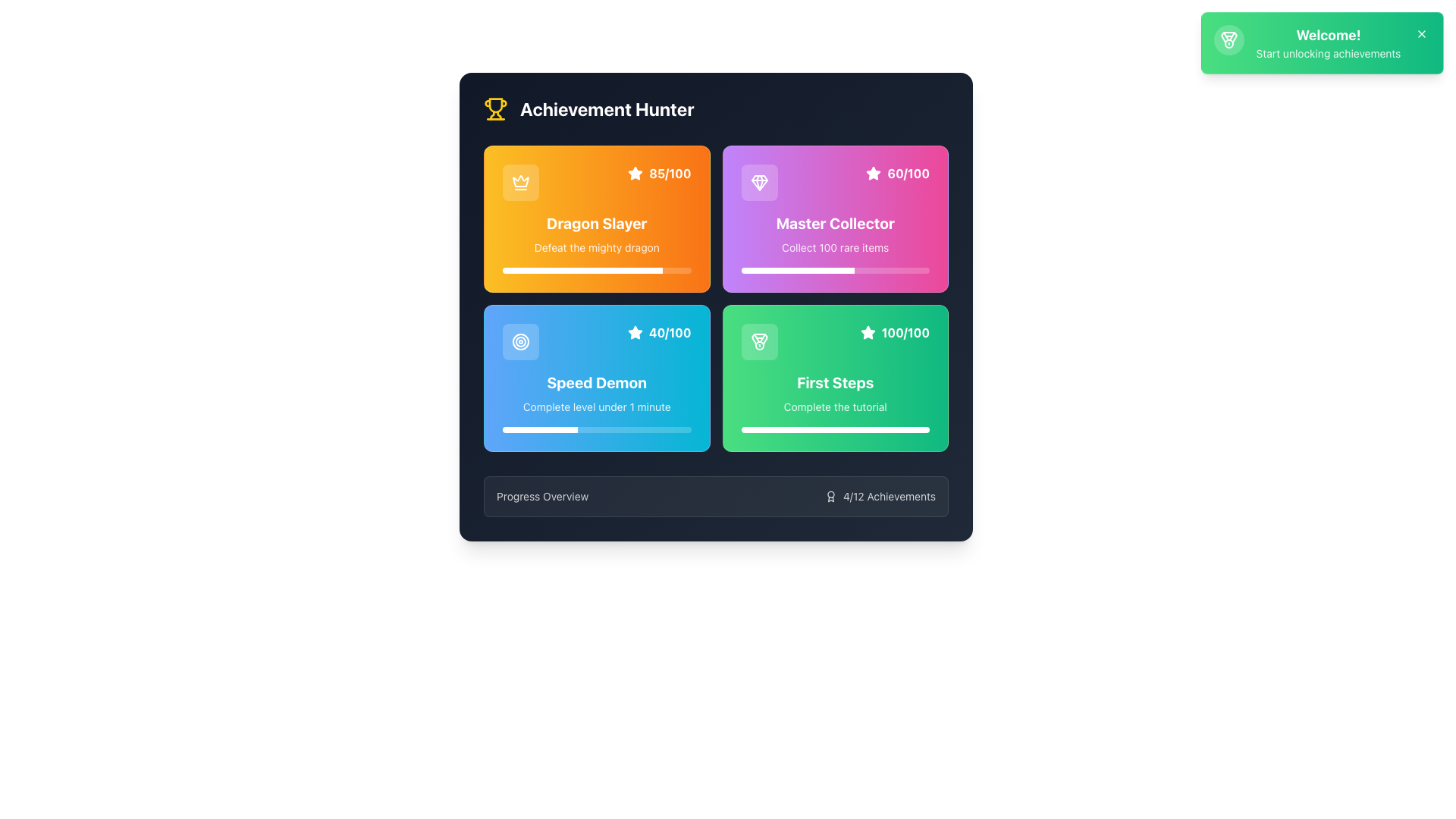 The height and width of the screenshot is (819, 1456). What do you see at coordinates (759, 181) in the screenshot?
I see `the gem icon located in the upper-right quadrant of the 'Master Collector' card with a progress score of '60/100'` at bounding box center [759, 181].